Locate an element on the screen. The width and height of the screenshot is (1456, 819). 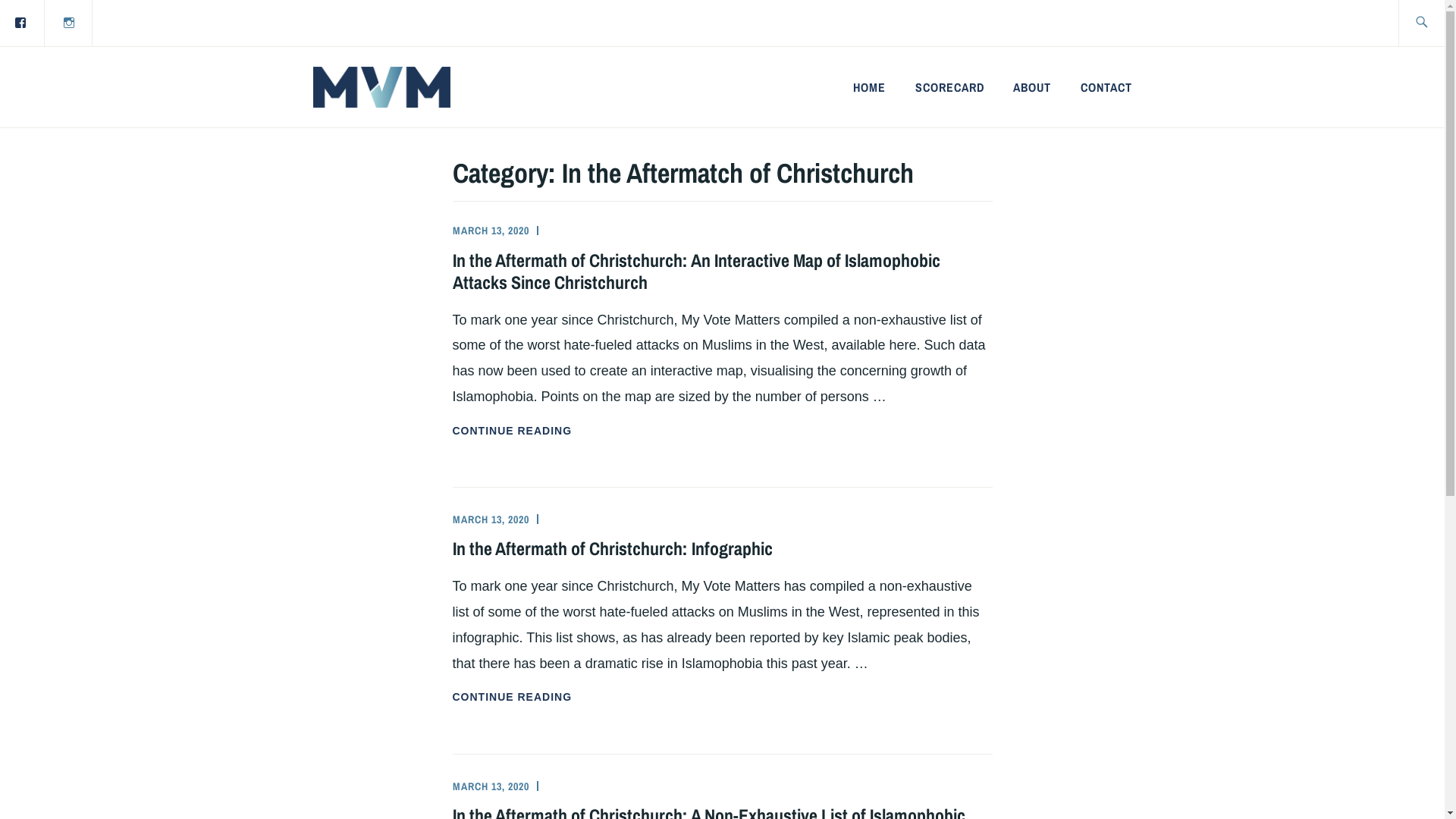
'Search' is located at coordinates (0, 22).